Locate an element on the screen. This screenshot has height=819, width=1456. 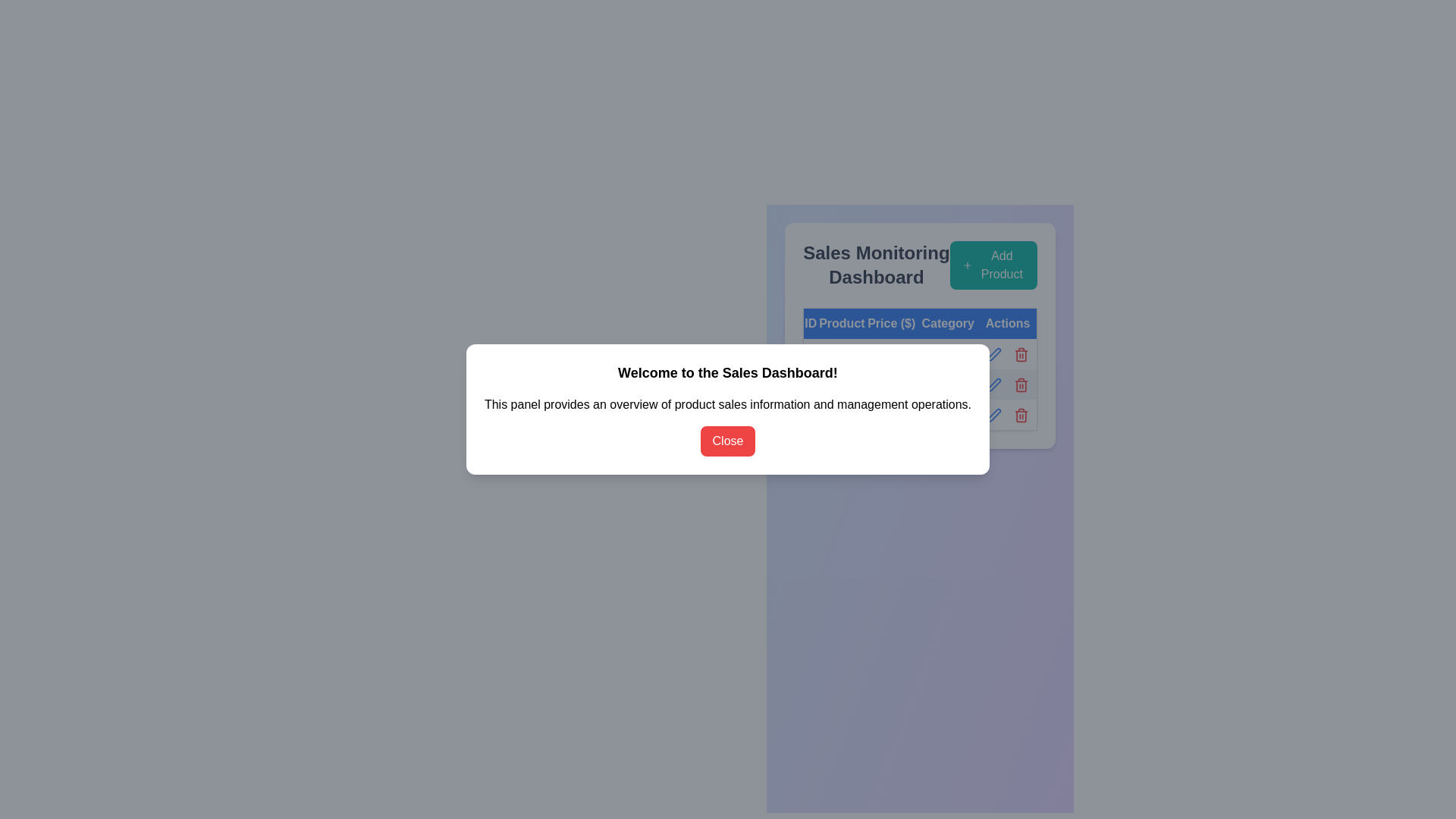
the 'Actions' column header in the Sales Monitoring Dashboard table, which is the last column header indicating buttons or links for actions related to table entries is located at coordinates (1008, 322).